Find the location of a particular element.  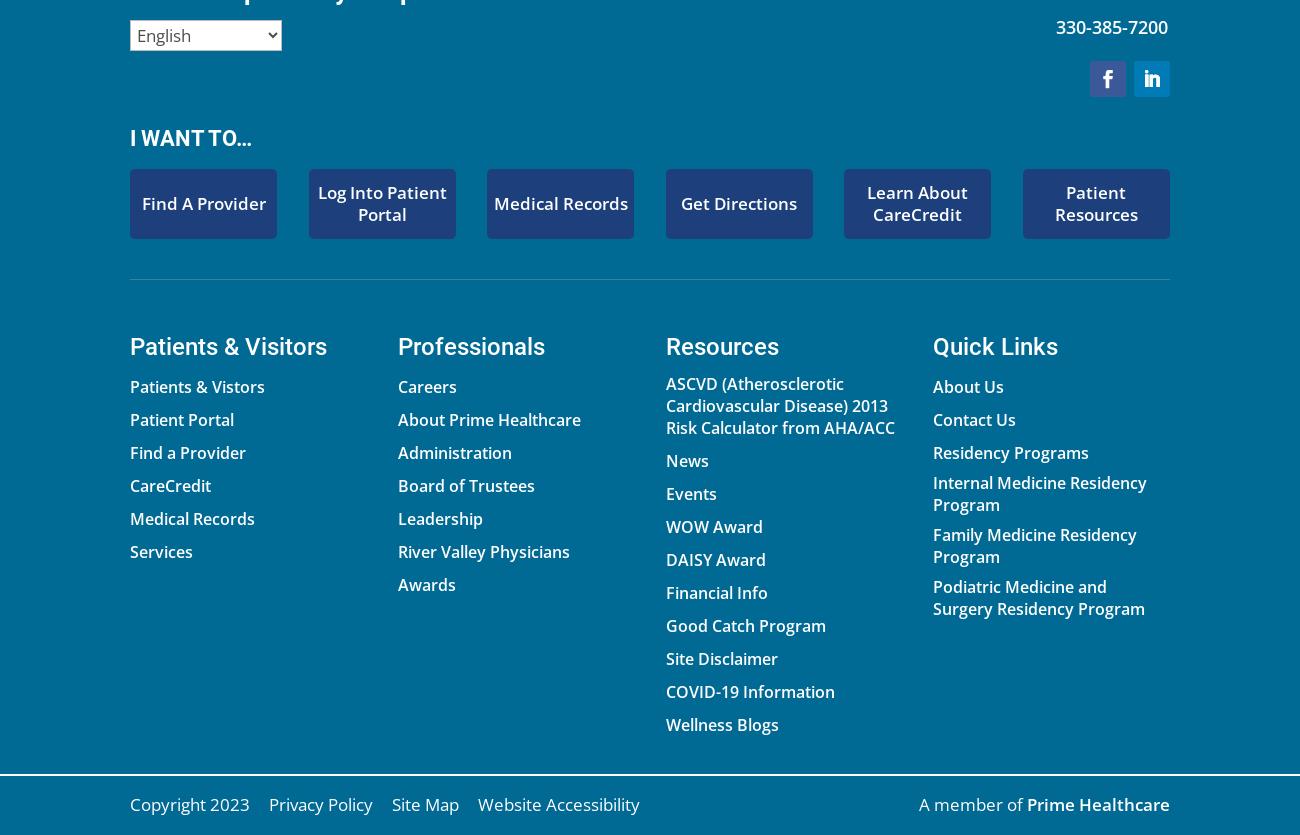

'Events' is located at coordinates (689, 492).